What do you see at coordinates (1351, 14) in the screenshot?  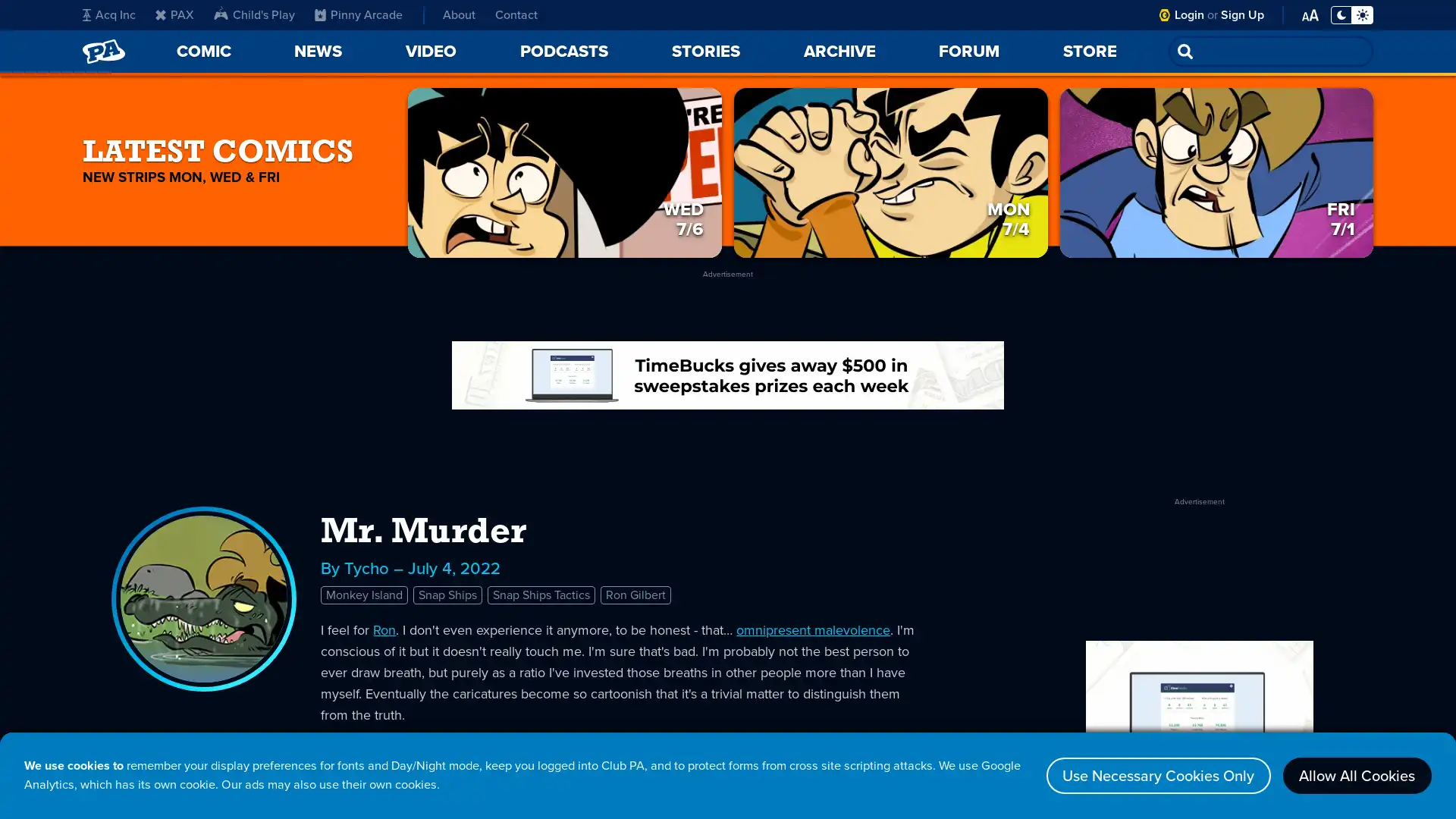 I see `Toggle Display Mode - Night Mode selected` at bounding box center [1351, 14].